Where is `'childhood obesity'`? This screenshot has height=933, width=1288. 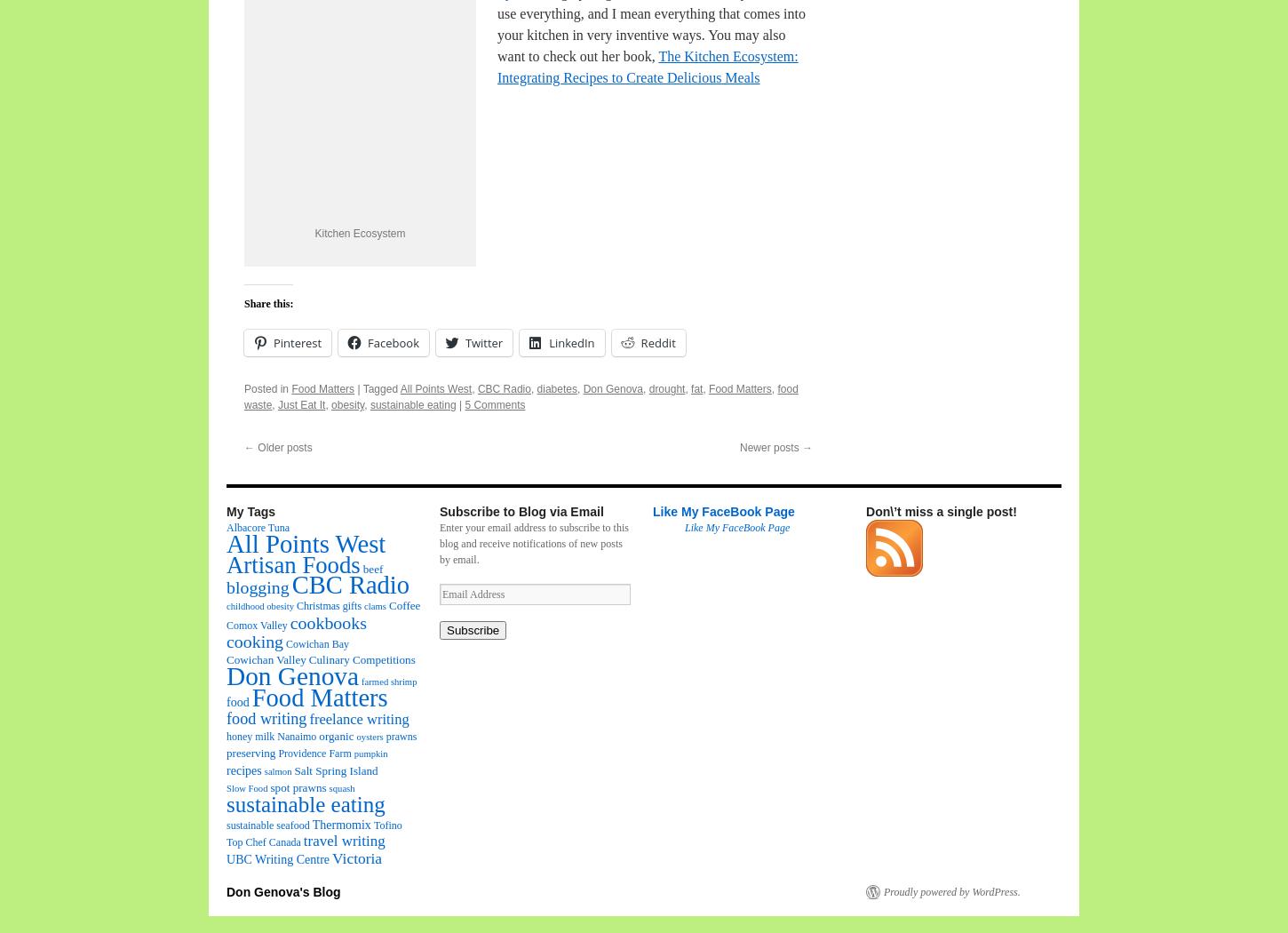 'childhood obesity' is located at coordinates (260, 606).